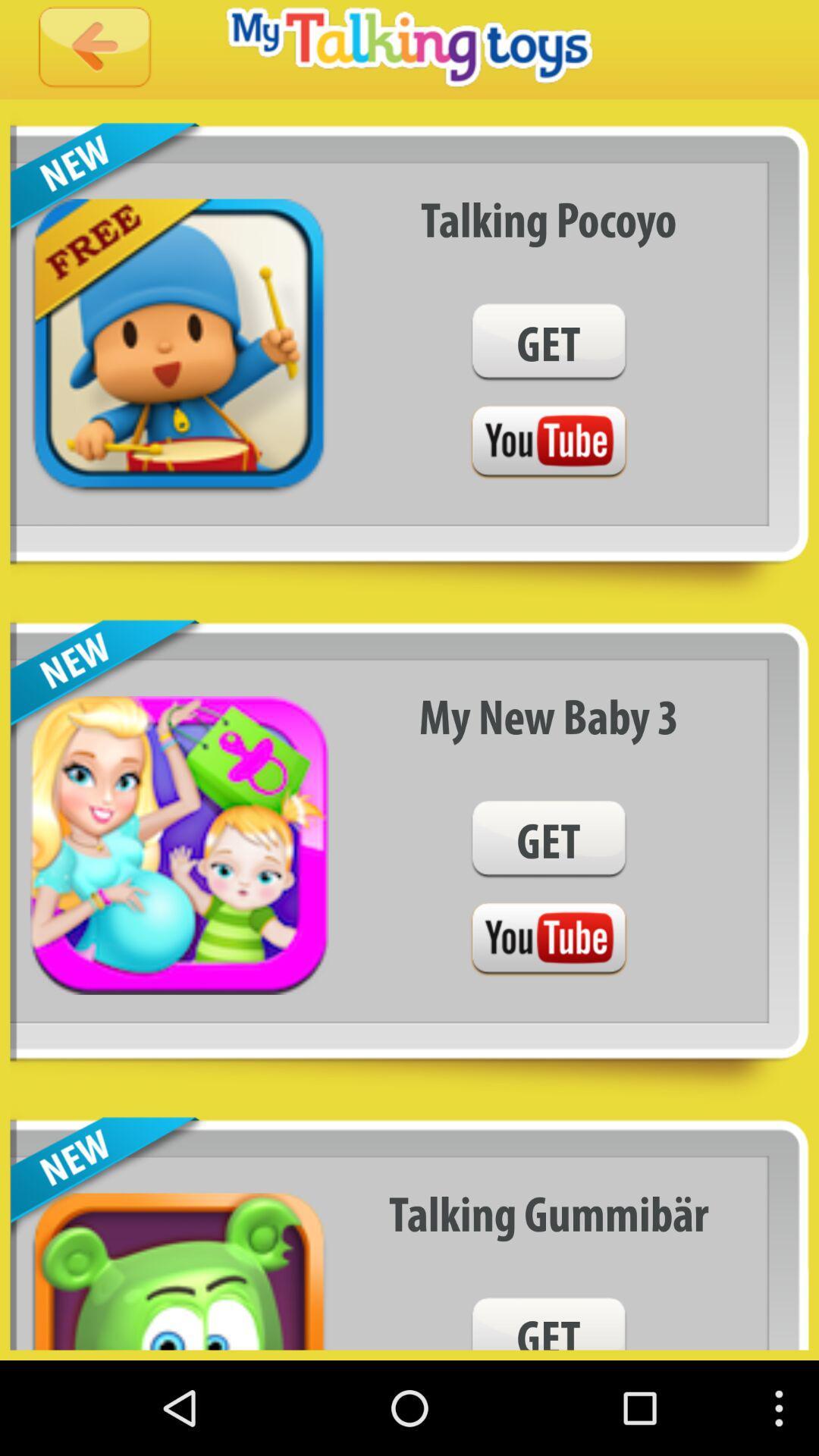  What do you see at coordinates (548, 939) in the screenshot?
I see `tap to go you tube` at bounding box center [548, 939].